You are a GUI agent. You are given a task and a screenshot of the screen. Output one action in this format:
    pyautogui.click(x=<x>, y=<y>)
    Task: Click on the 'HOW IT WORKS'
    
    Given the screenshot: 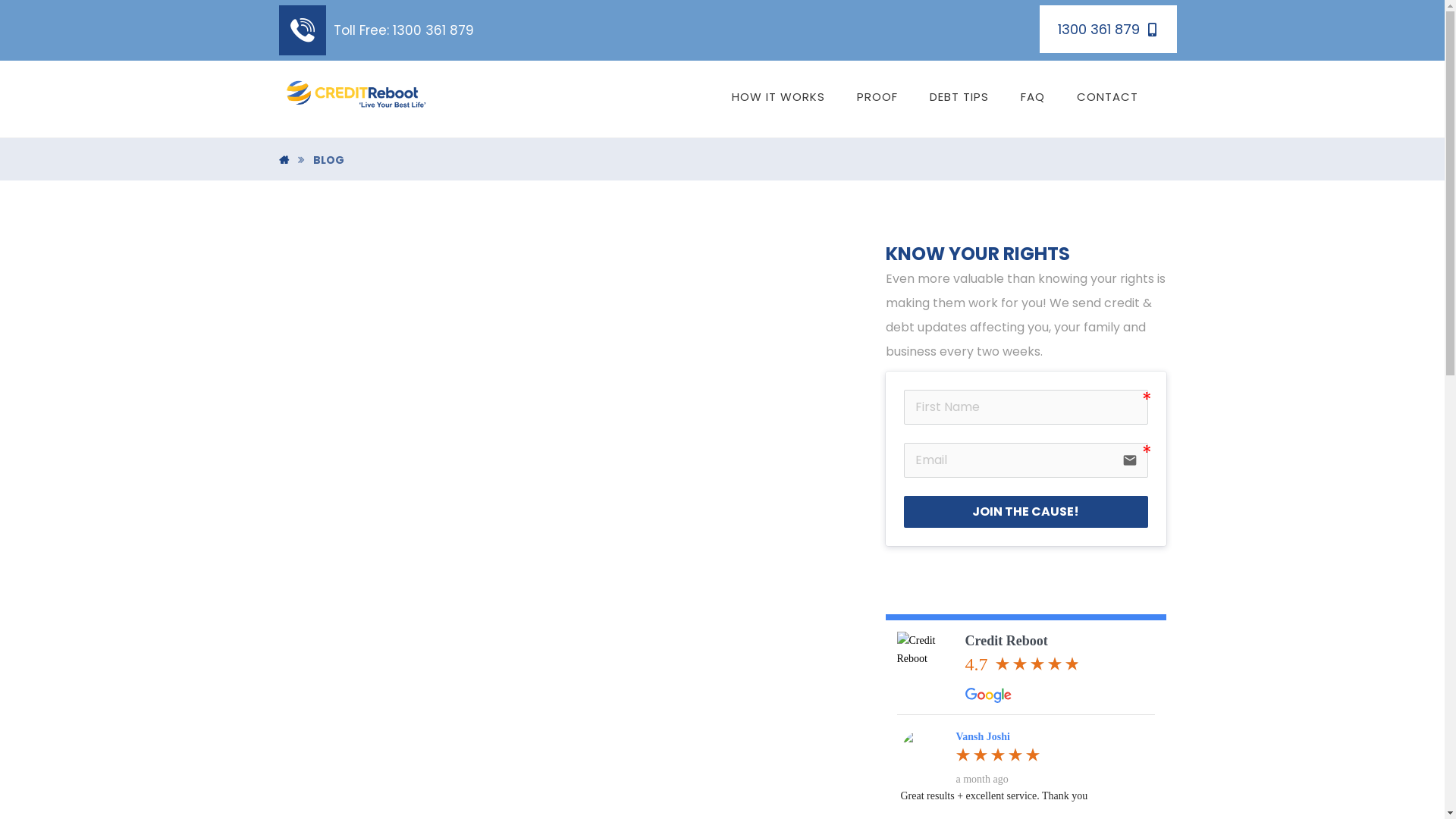 What is the action you would take?
    pyautogui.click(x=778, y=96)
    